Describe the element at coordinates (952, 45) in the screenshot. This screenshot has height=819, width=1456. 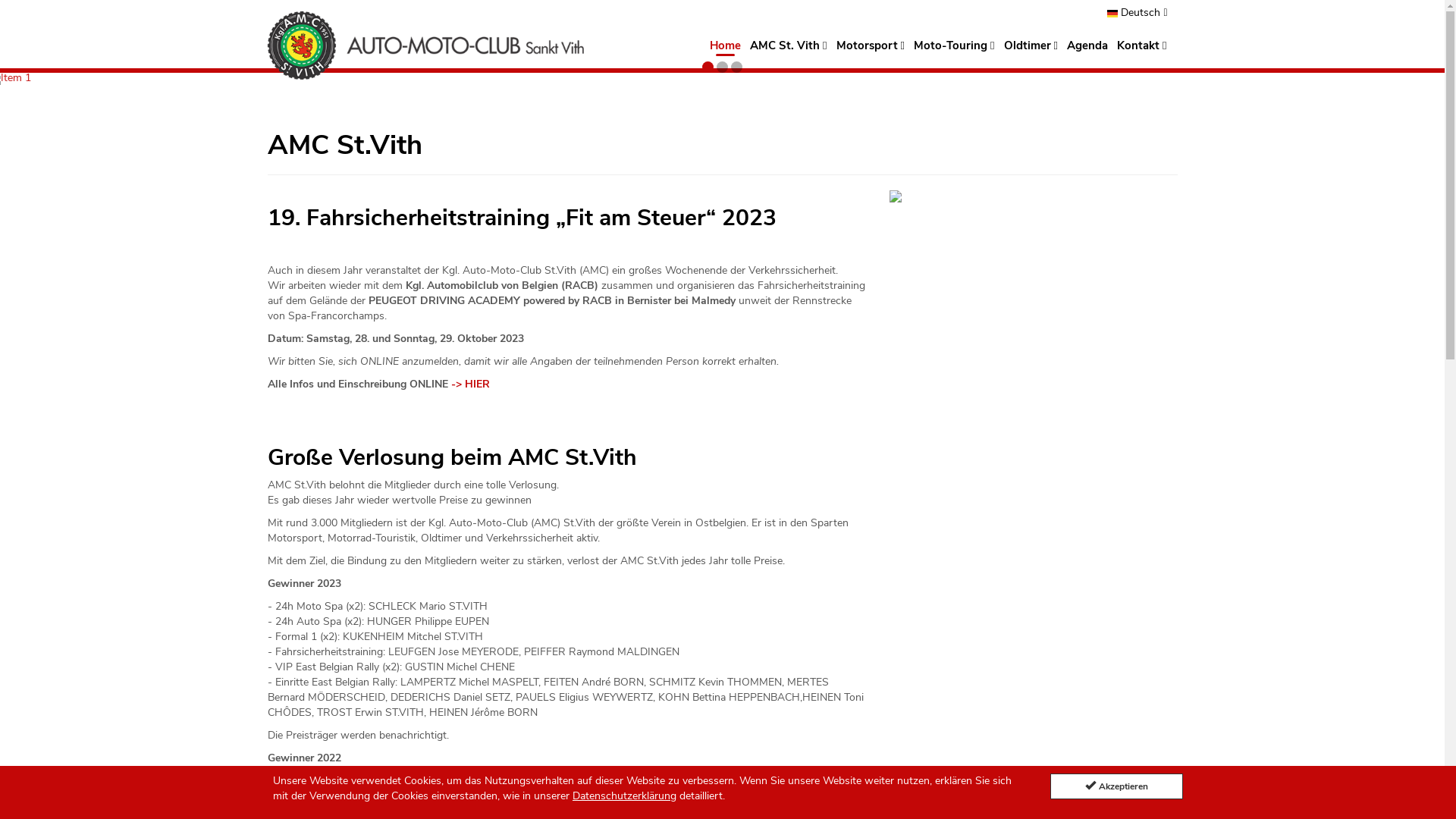
I see `'Moto-Touring'` at that location.